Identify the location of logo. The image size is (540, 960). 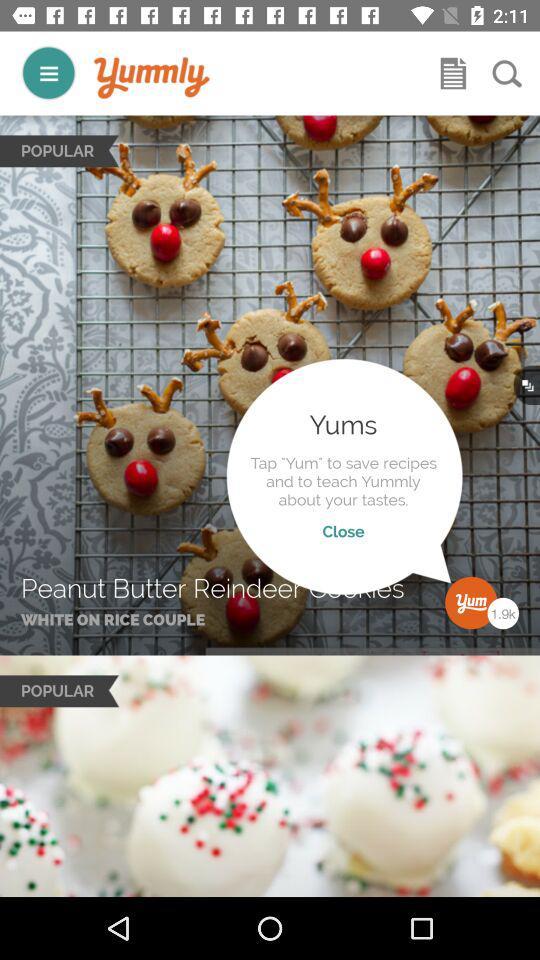
(151, 78).